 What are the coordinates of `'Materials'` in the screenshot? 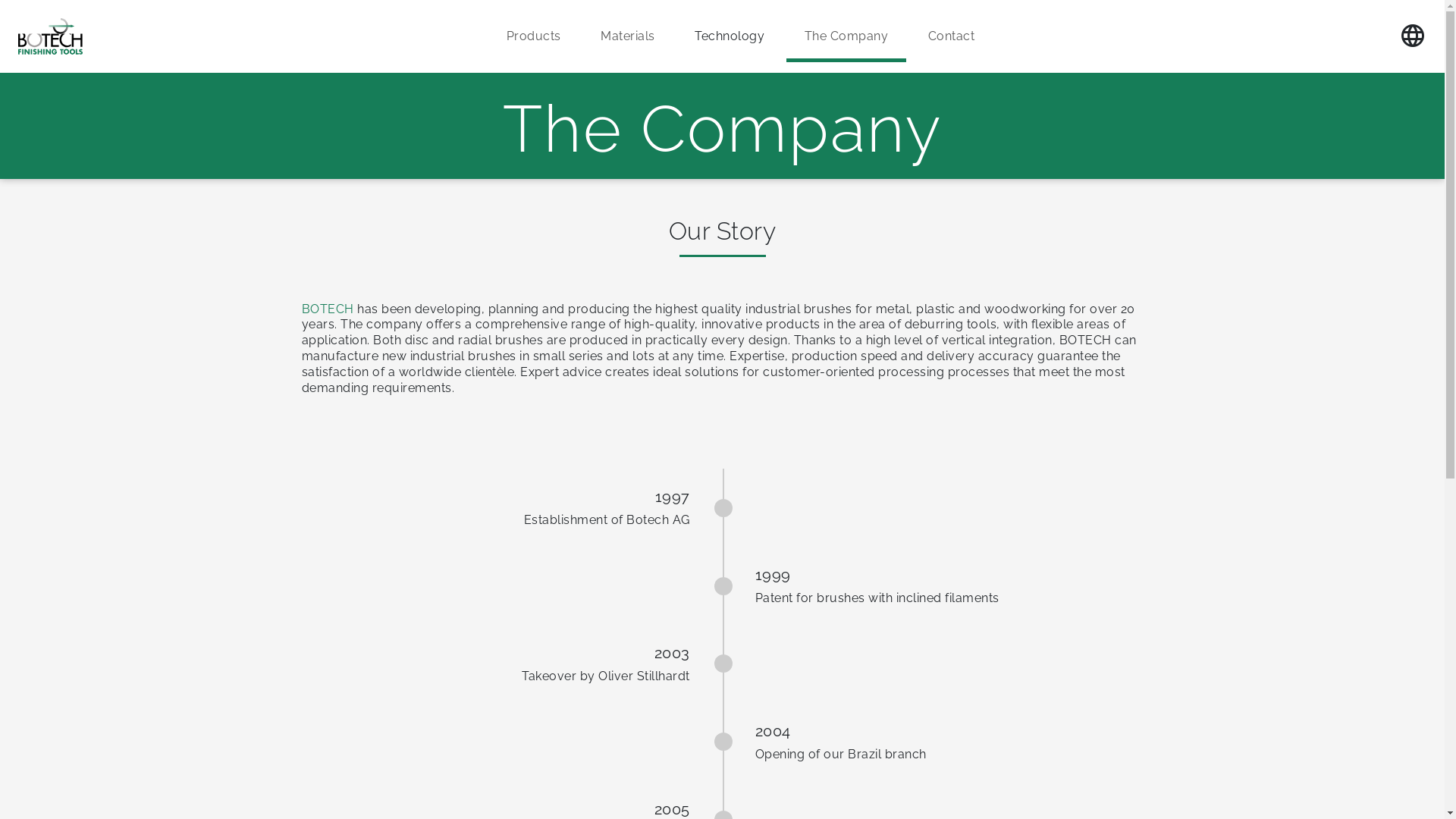 It's located at (582, 36).